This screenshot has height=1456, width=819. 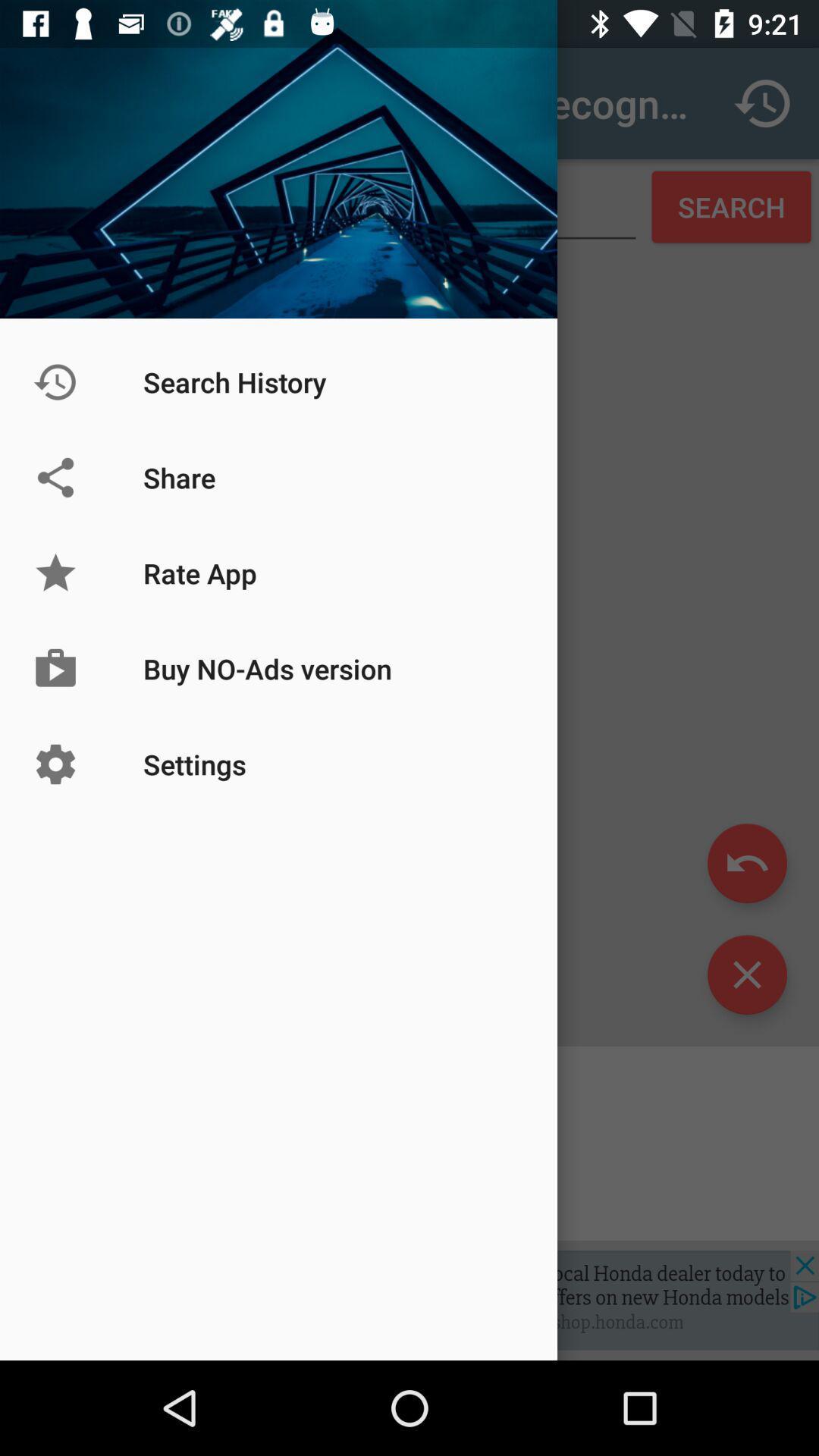 What do you see at coordinates (746, 974) in the screenshot?
I see `the close icon` at bounding box center [746, 974].